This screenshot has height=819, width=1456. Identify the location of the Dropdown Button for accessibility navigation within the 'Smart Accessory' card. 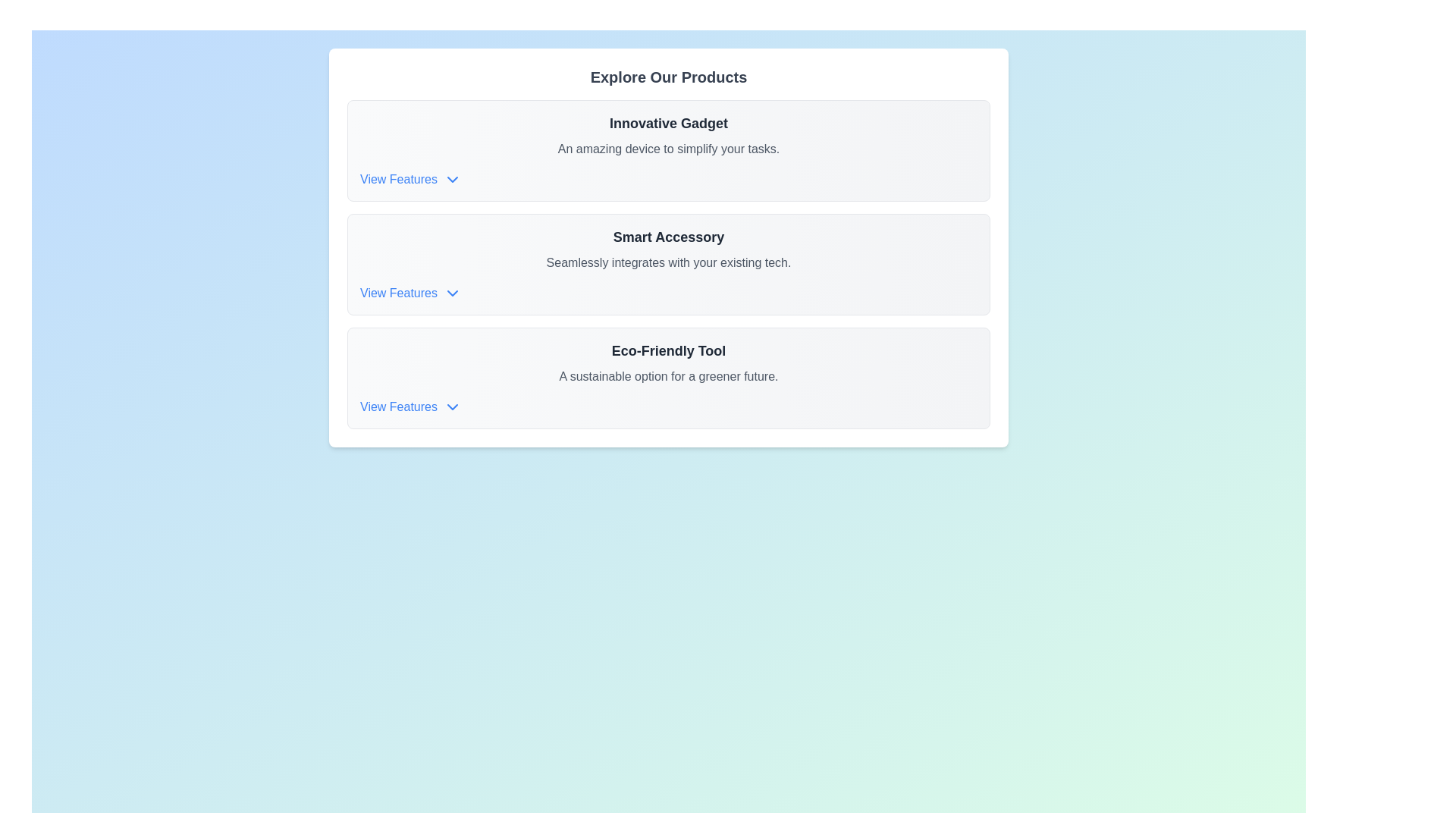
(411, 293).